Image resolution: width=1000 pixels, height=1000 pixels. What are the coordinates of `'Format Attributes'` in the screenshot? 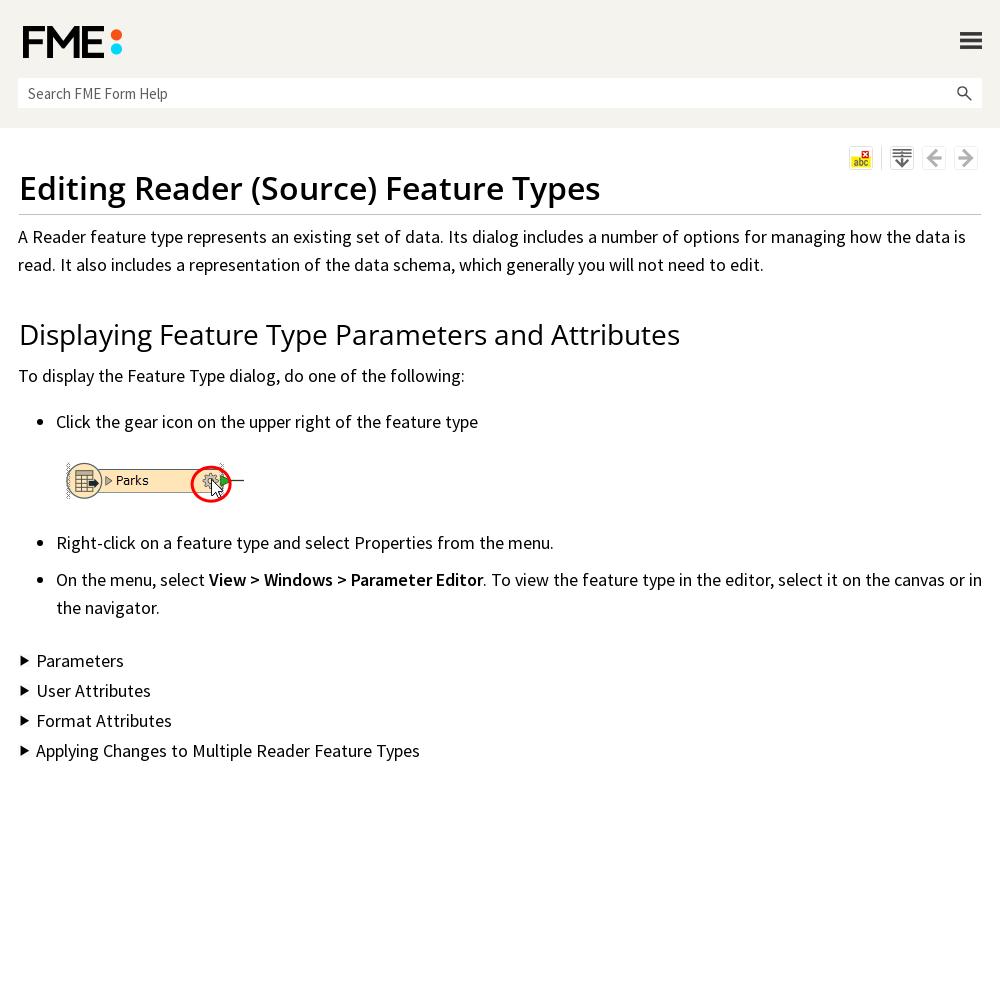 It's located at (103, 719).